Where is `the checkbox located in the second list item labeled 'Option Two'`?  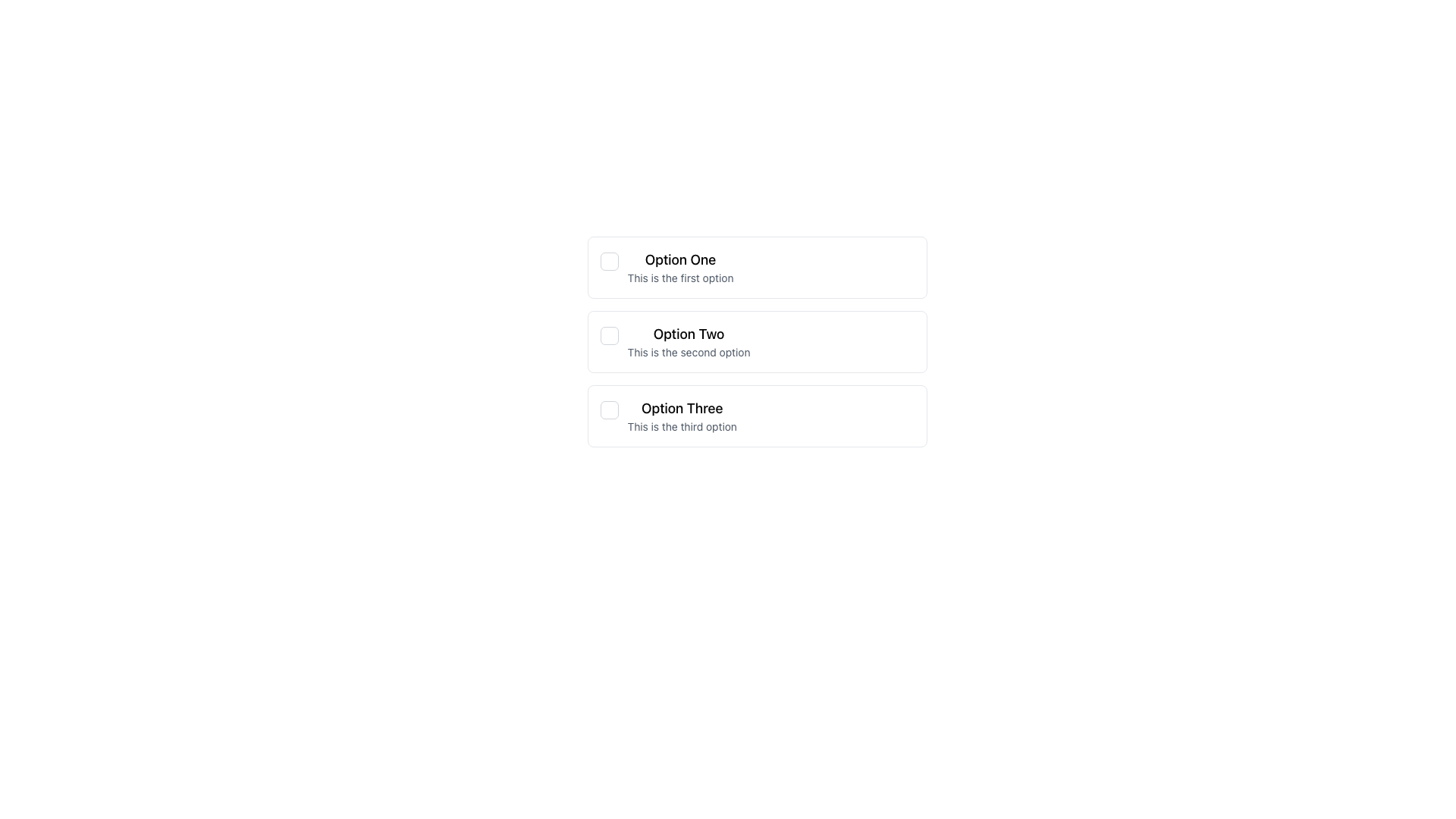 the checkbox located in the second list item labeled 'Option Two' is located at coordinates (609, 335).